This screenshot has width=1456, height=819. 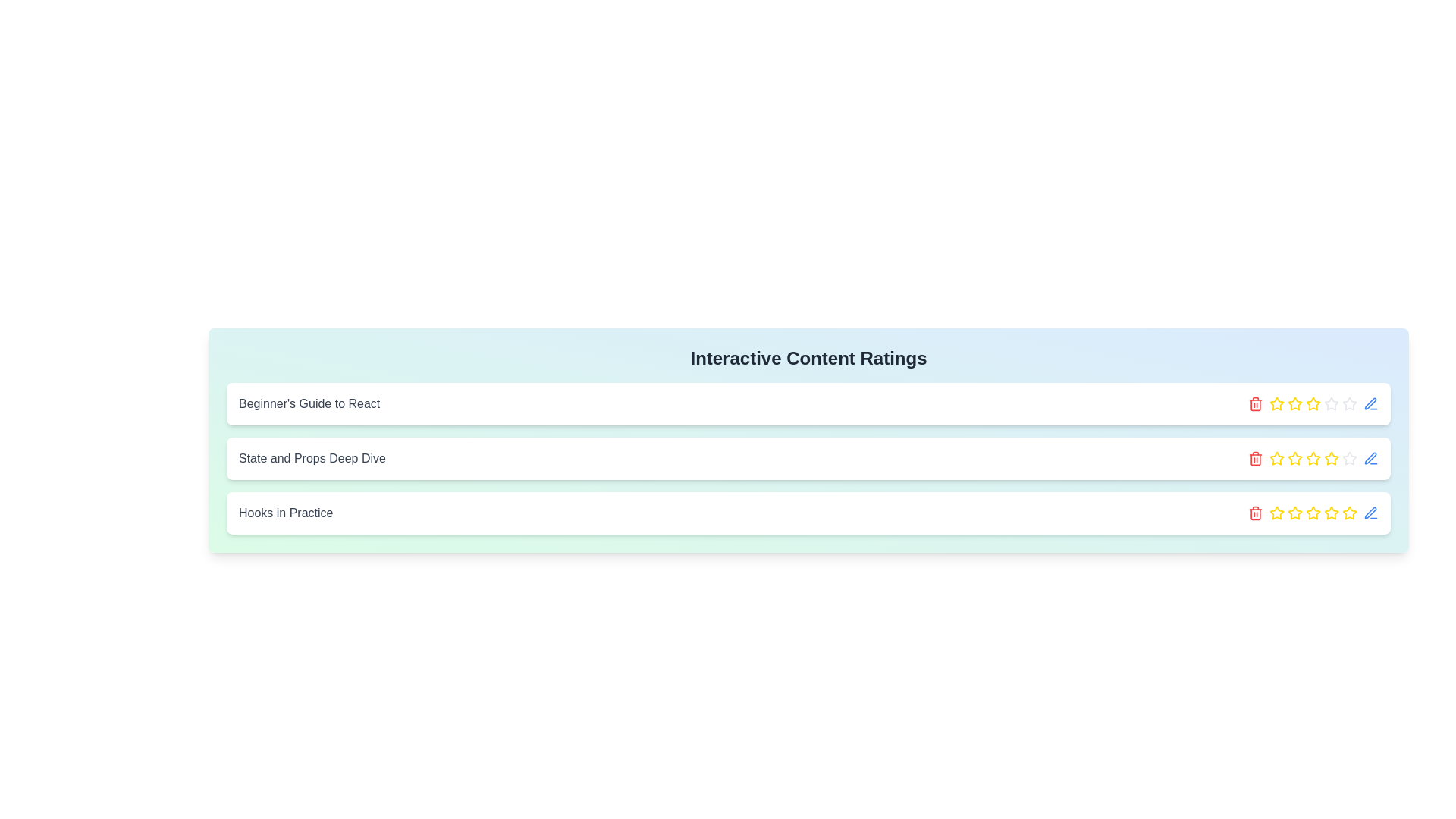 What do you see at coordinates (1256, 403) in the screenshot?
I see `the delete button located to the left of the rating stars in the first content row to initiate the delete action` at bounding box center [1256, 403].